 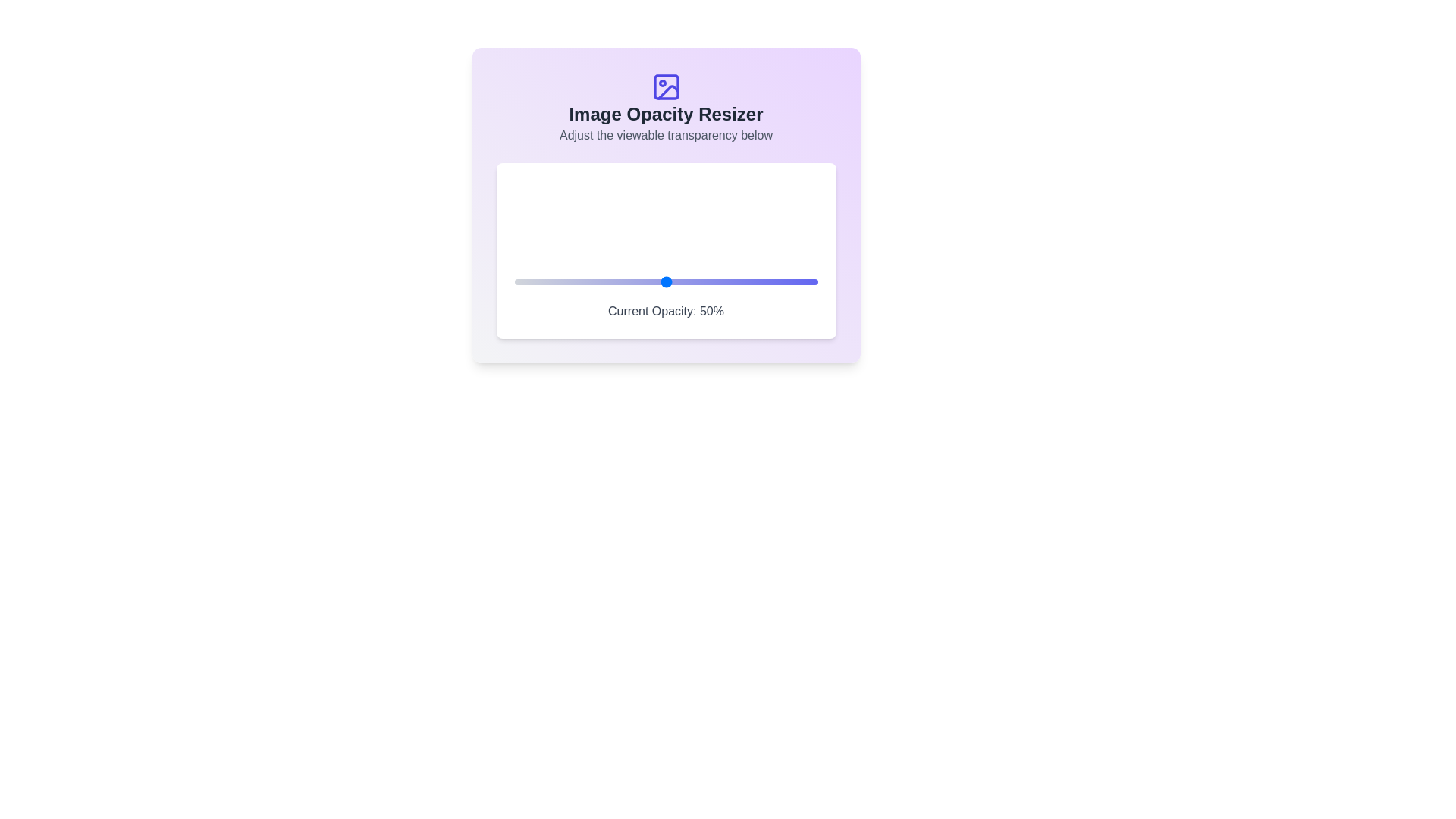 I want to click on the slider to set the opacity to 38%, so click(x=629, y=281).